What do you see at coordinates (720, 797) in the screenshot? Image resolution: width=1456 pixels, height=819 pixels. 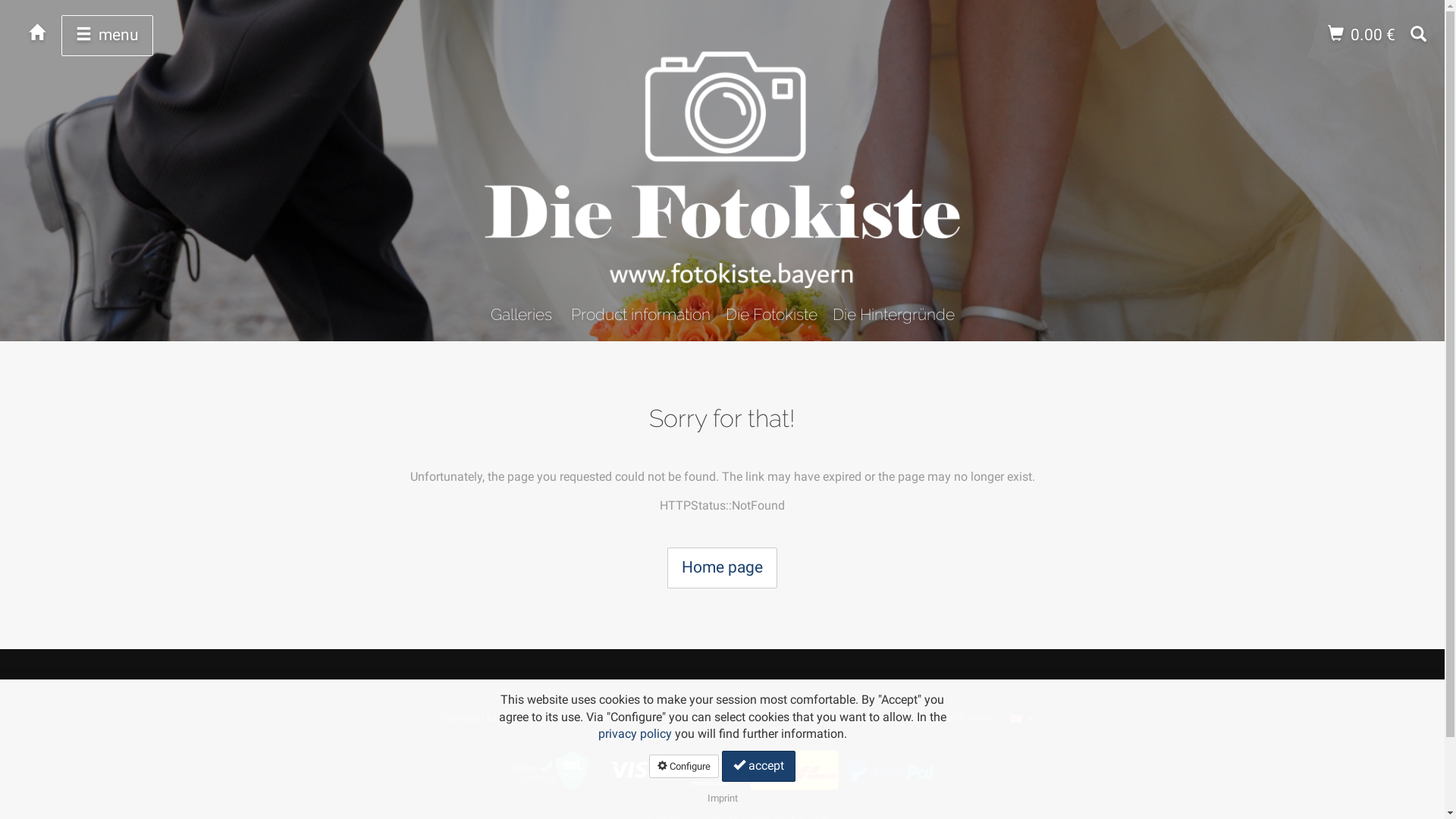 I see `'Imprint'` at bounding box center [720, 797].